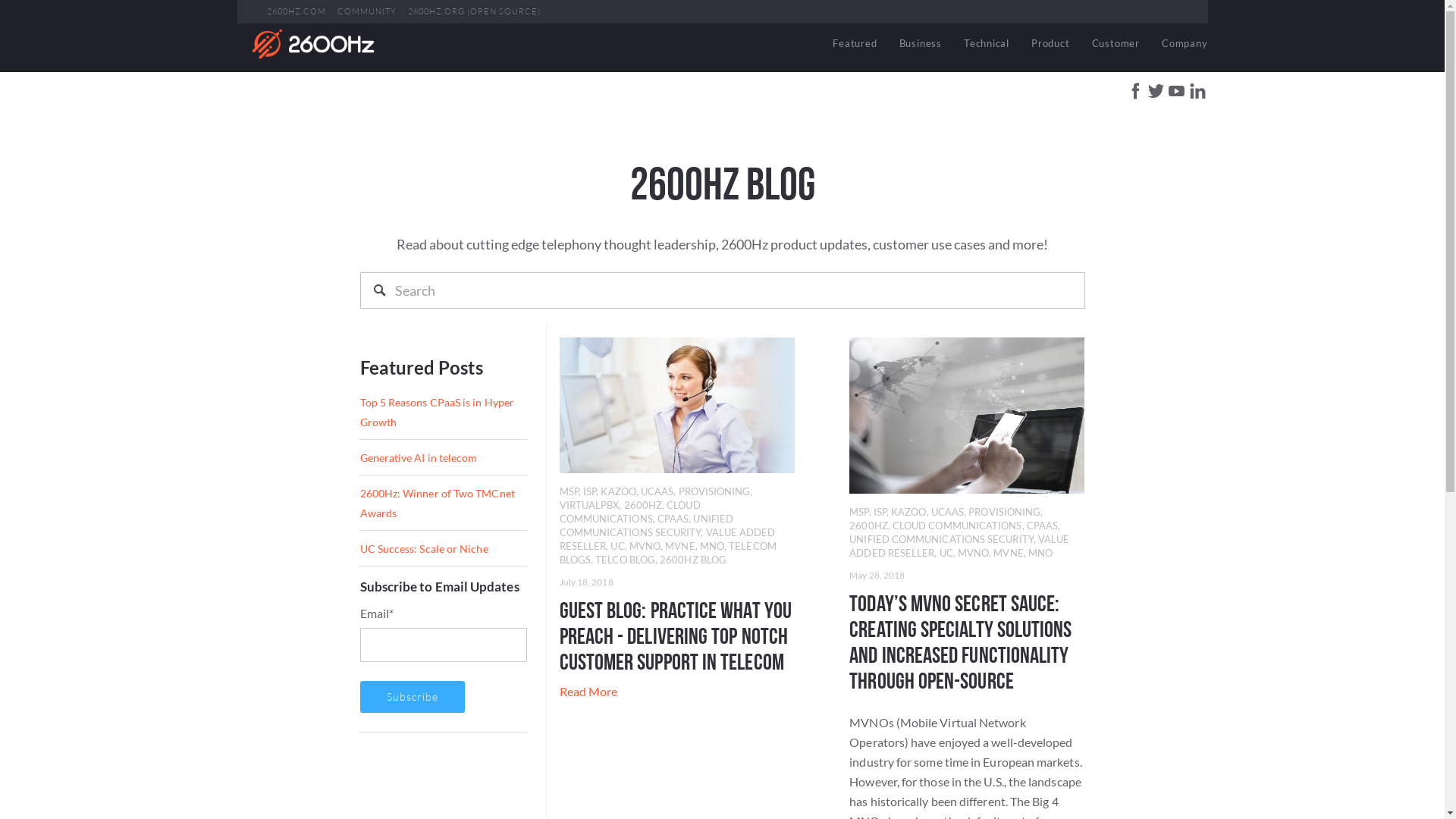 The width and height of the screenshot is (1456, 819). Describe the element at coordinates (266, 11) in the screenshot. I see `'2600HZ.COM'` at that location.